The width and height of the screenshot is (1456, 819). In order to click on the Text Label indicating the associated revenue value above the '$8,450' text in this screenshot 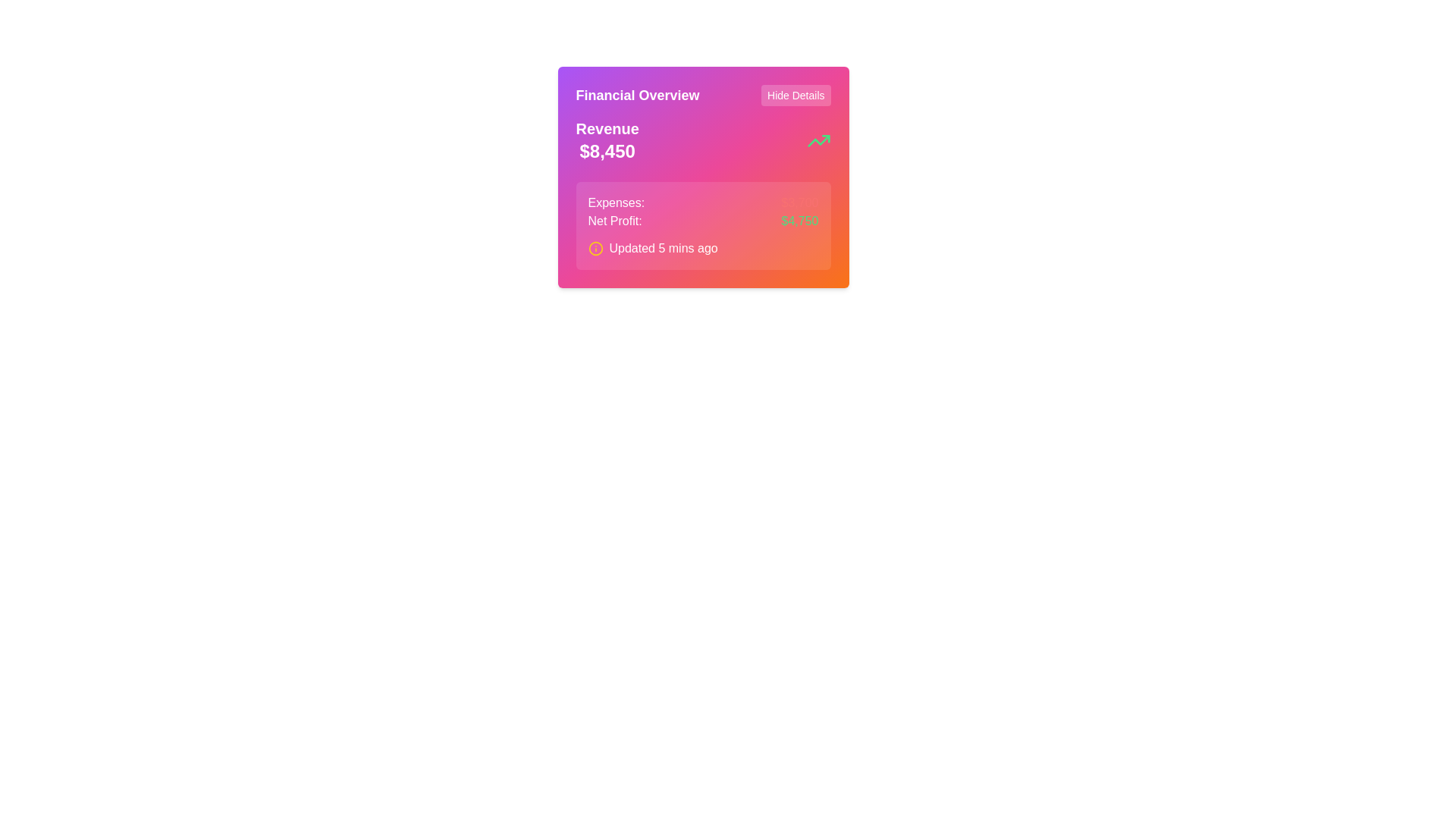, I will do `click(607, 127)`.